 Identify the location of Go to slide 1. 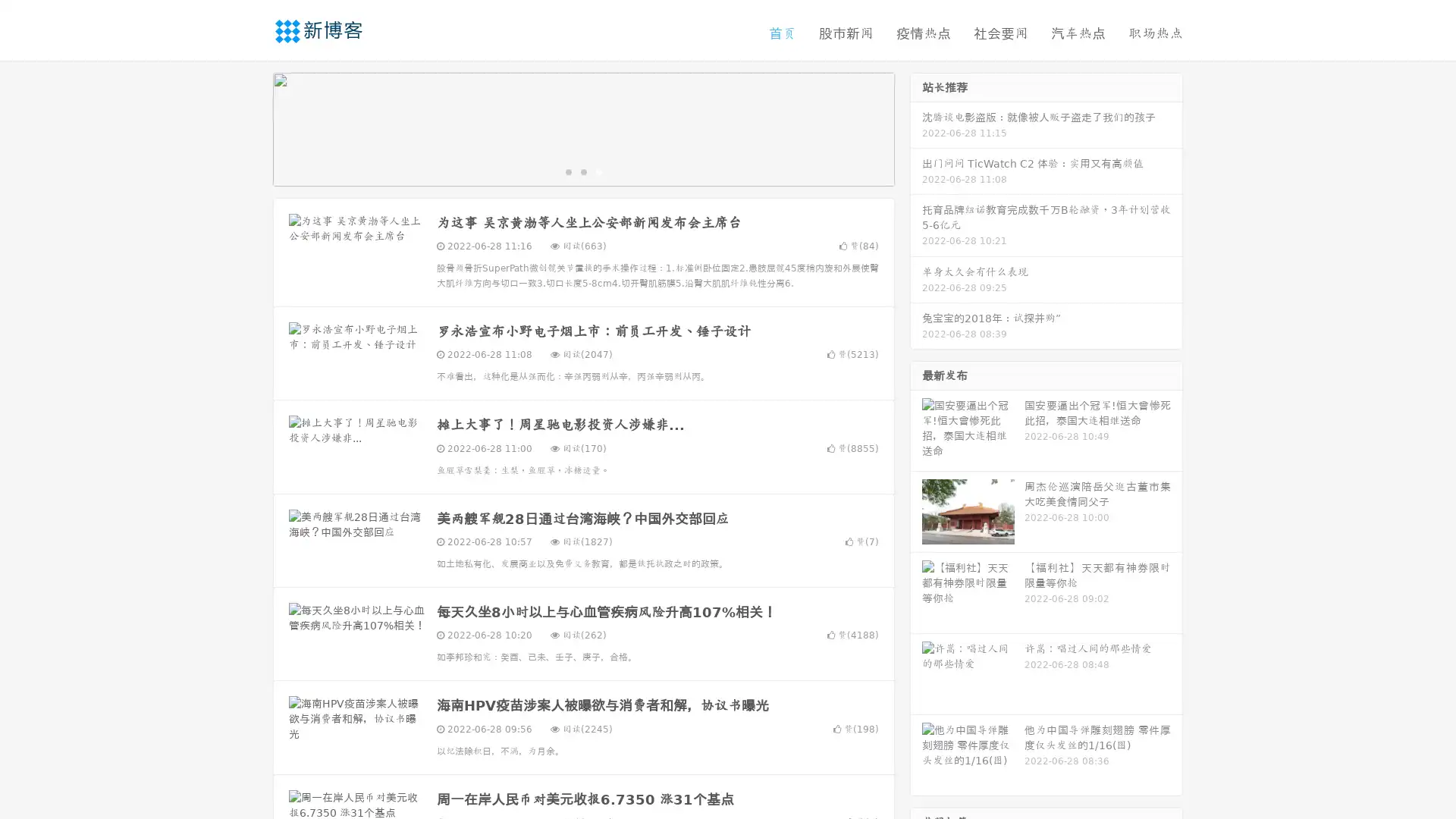
(567, 171).